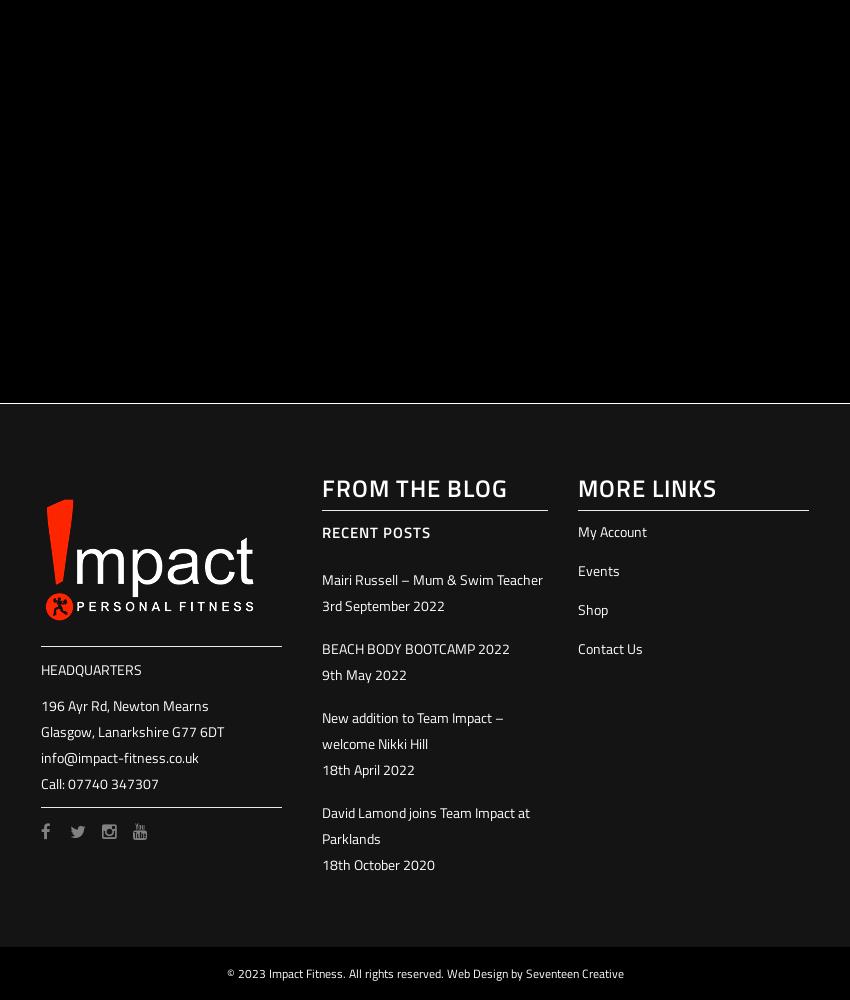 This screenshot has width=850, height=1000. Describe the element at coordinates (320, 532) in the screenshot. I see `'Recent Posts'` at that location.